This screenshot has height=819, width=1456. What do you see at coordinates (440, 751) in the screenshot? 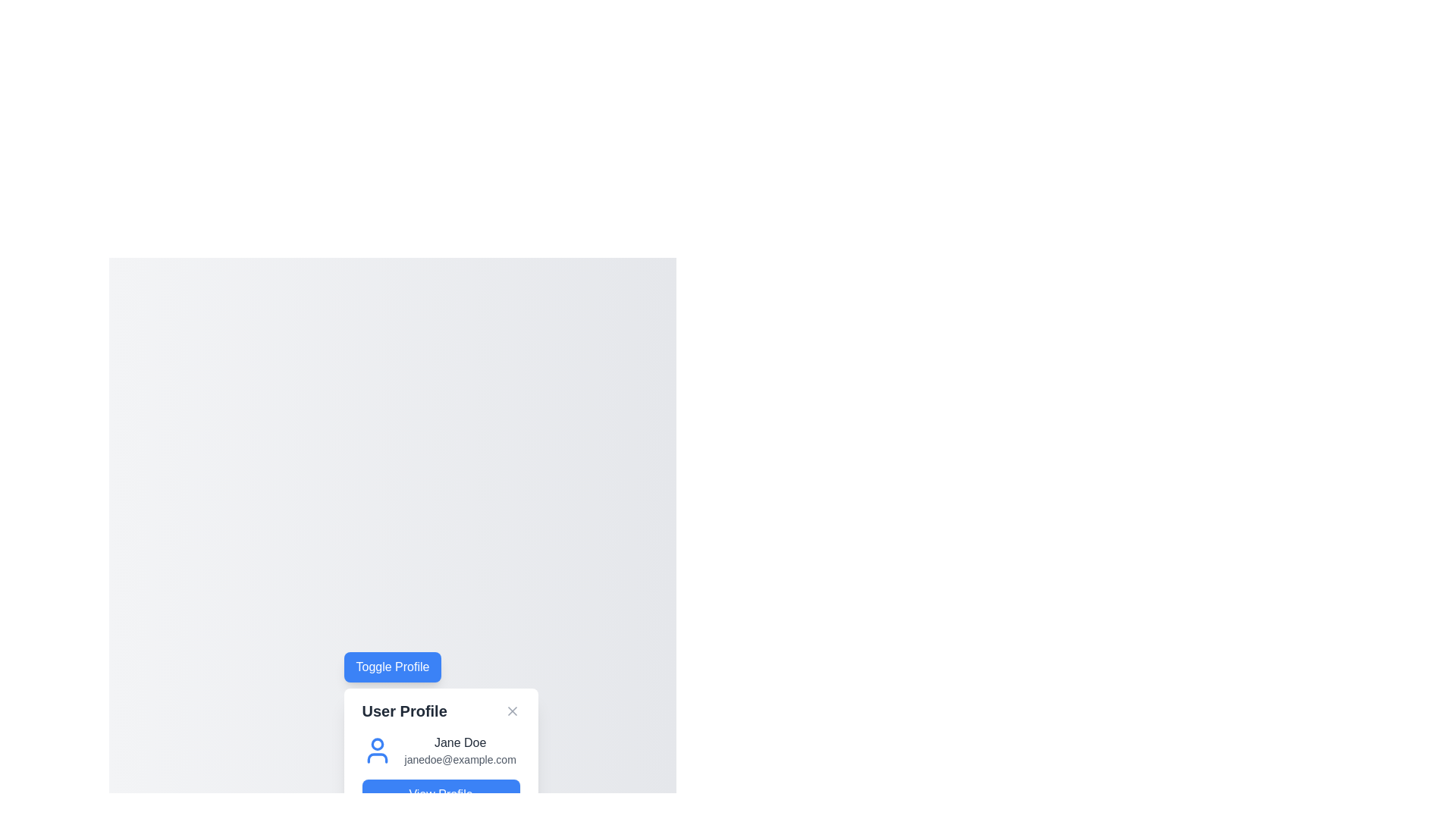
I see `the User Profile Summary displaying 'Jane Doe' and 'janedoe@example.com'` at bounding box center [440, 751].